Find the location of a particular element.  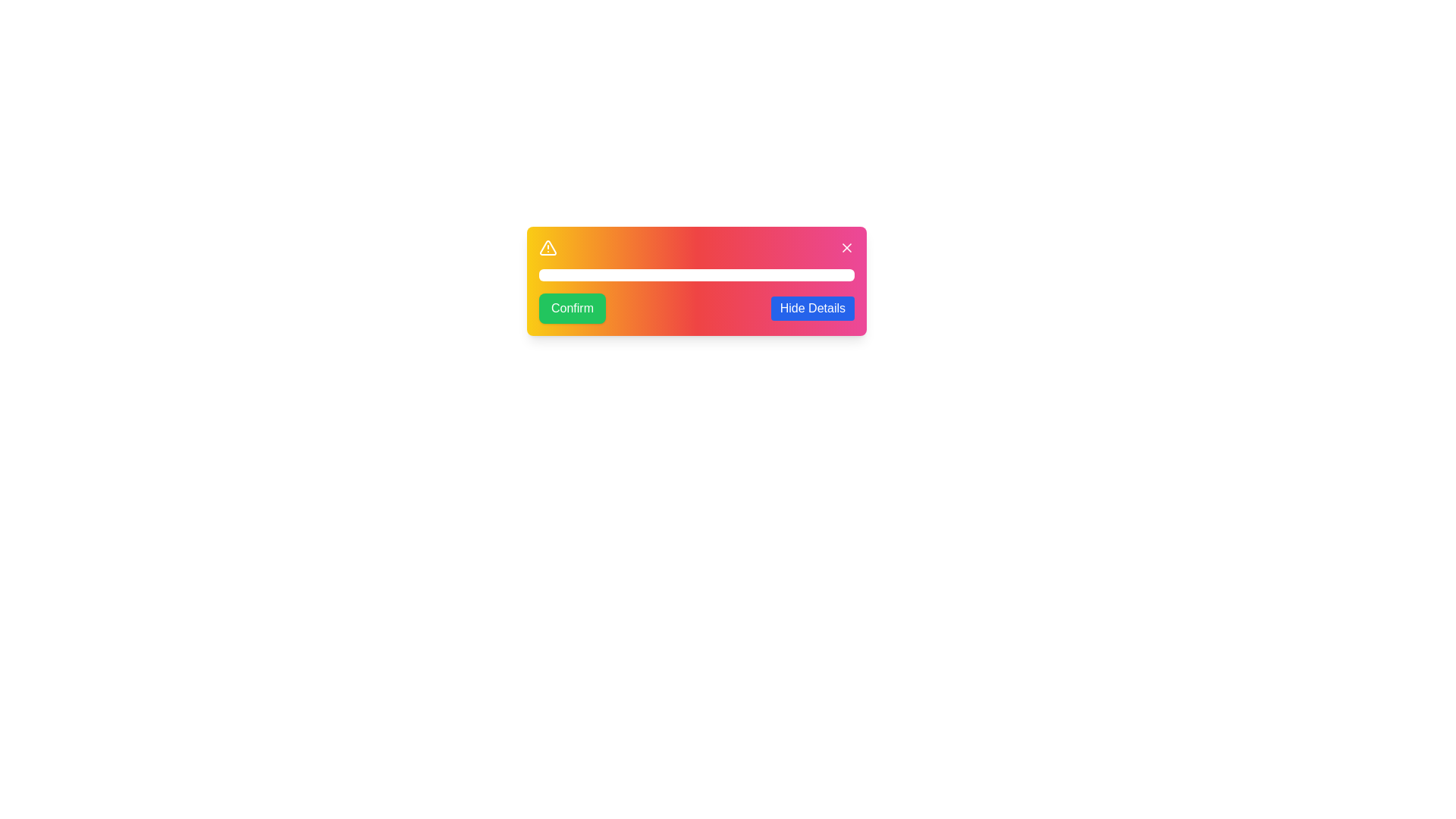

the 'Close Alert' button located at the top-right corner of the colorful rectangular alert box is located at coordinates (846, 247).